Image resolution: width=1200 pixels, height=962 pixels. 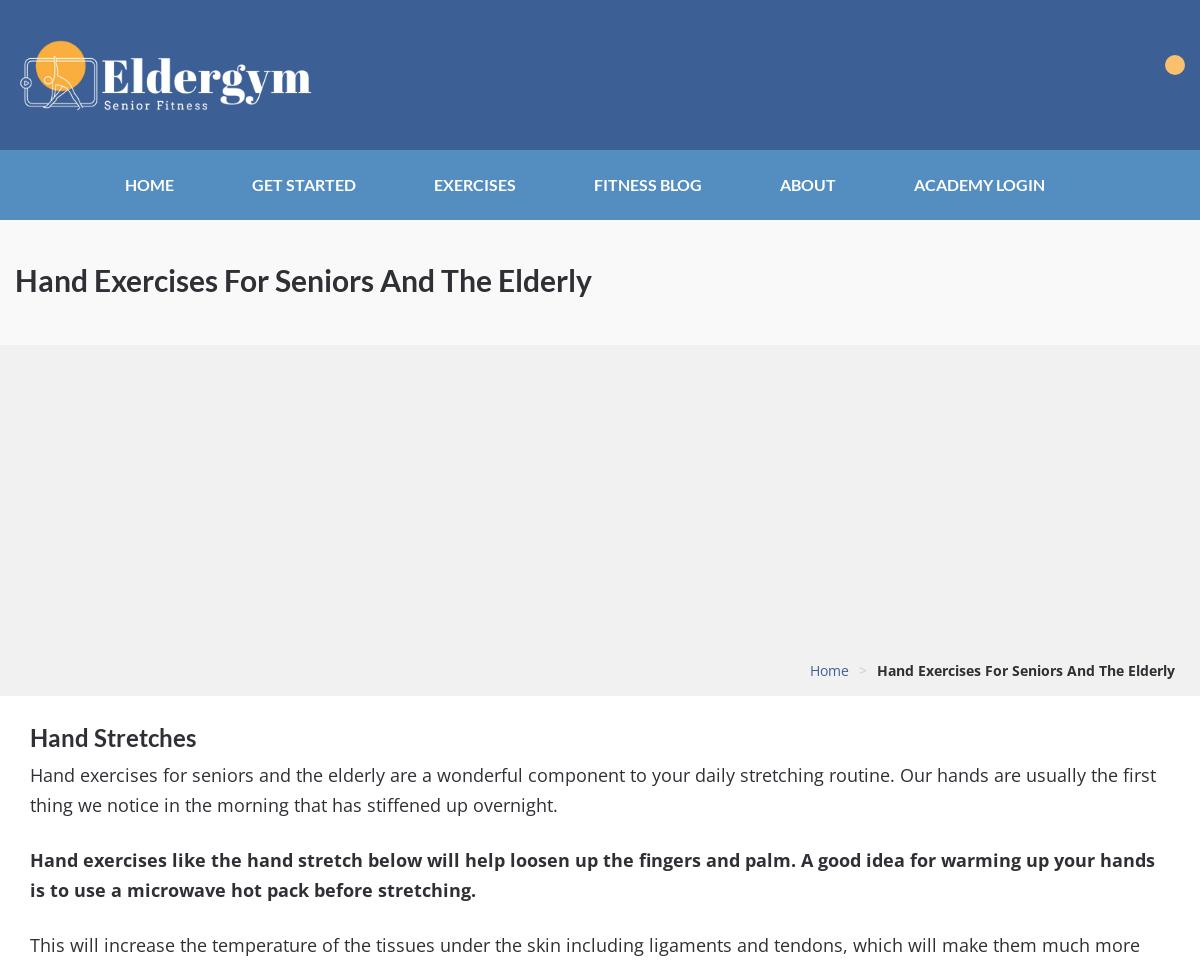 I want to click on 'Hand exercises for seniors and the elderly are a wonderful component to your daily stretching routine. Our hands are usually the first thing we notice in the morning that has stiffened up overnight.', so click(x=592, y=788).